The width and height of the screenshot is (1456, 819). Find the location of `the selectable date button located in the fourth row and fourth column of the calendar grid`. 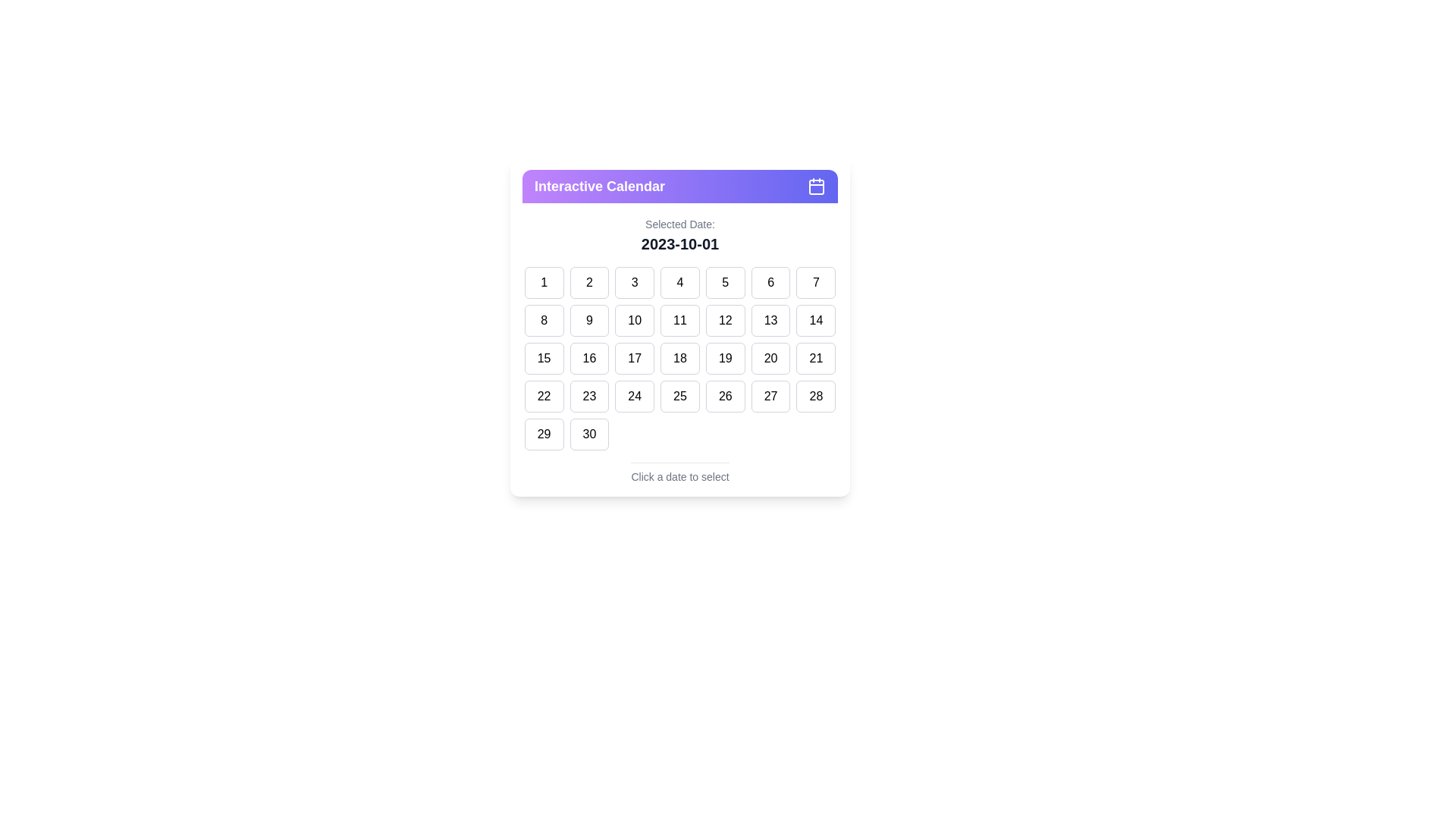

the selectable date button located in the fourth row and fourth column of the calendar grid is located at coordinates (679, 359).